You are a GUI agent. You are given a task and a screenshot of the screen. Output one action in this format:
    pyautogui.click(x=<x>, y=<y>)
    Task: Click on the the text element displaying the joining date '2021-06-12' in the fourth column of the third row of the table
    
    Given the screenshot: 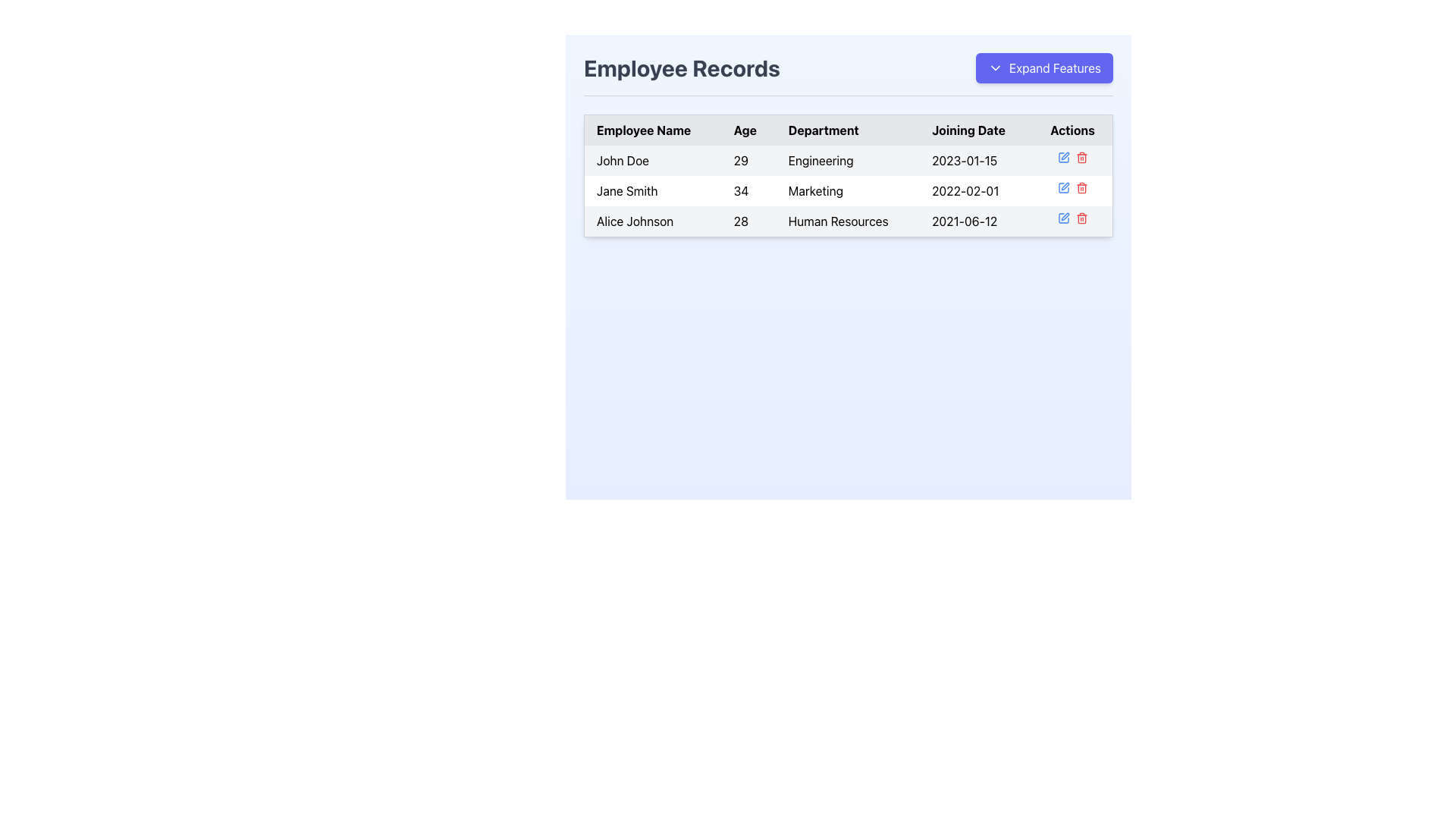 What is the action you would take?
    pyautogui.click(x=976, y=221)
    